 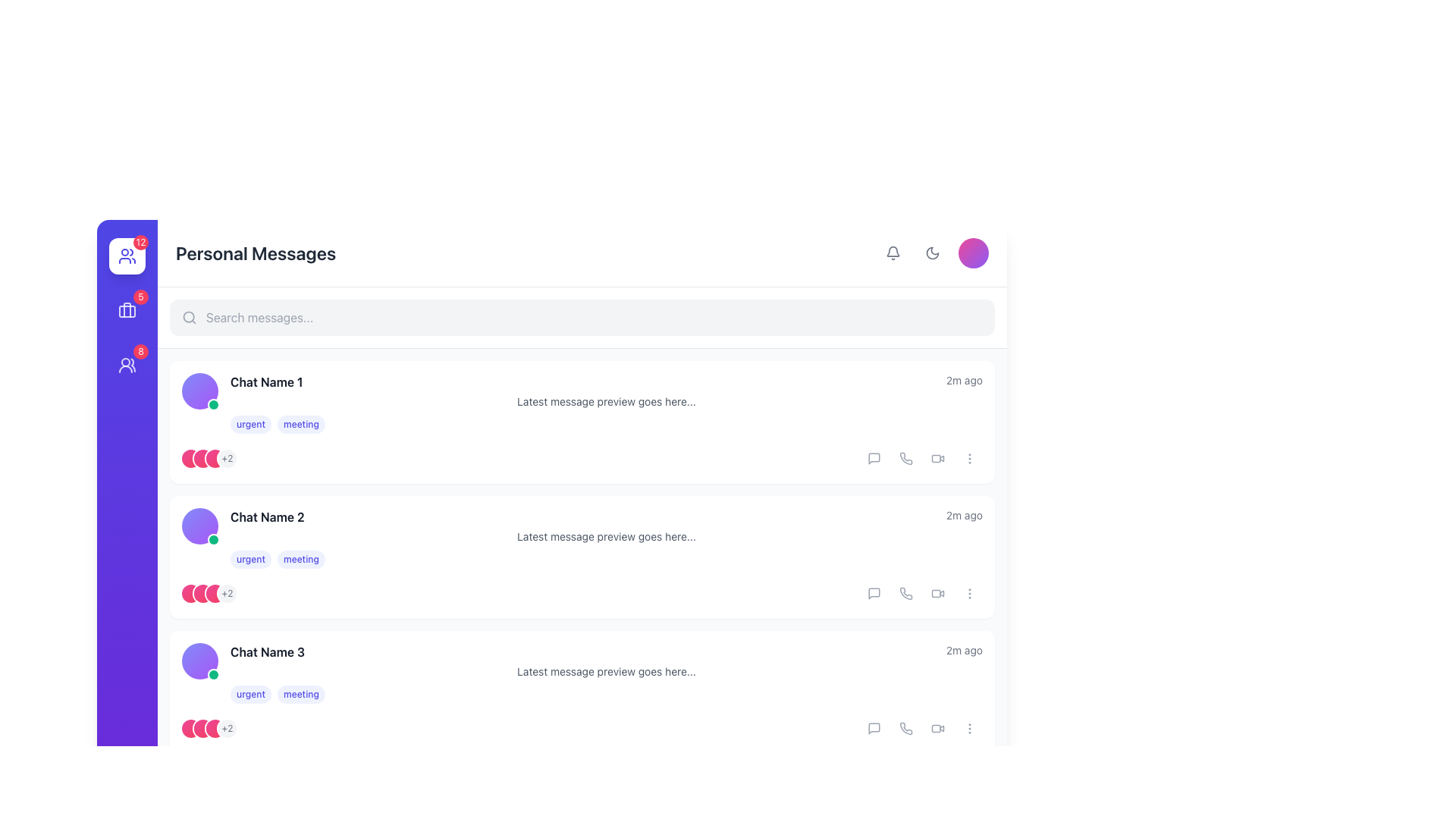 What do you see at coordinates (190, 727) in the screenshot?
I see `the small circular icon with a gradient color transitioning from pink to rose and a white ring around it, which is the leftmost element in a group of four similar icons` at bounding box center [190, 727].